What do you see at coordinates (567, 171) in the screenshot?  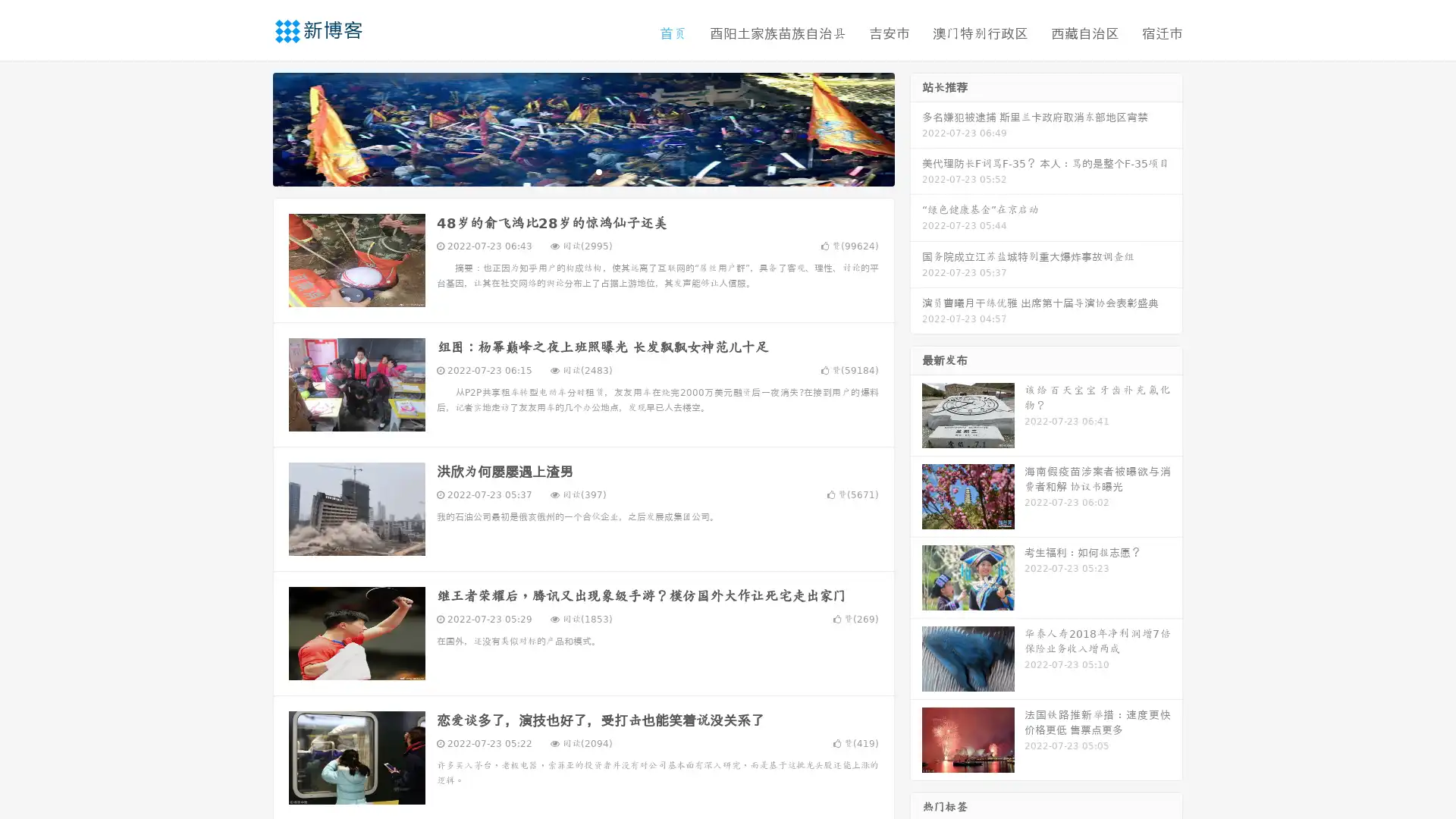 I see `Go to slide 1` at bounding box center [567, 171].